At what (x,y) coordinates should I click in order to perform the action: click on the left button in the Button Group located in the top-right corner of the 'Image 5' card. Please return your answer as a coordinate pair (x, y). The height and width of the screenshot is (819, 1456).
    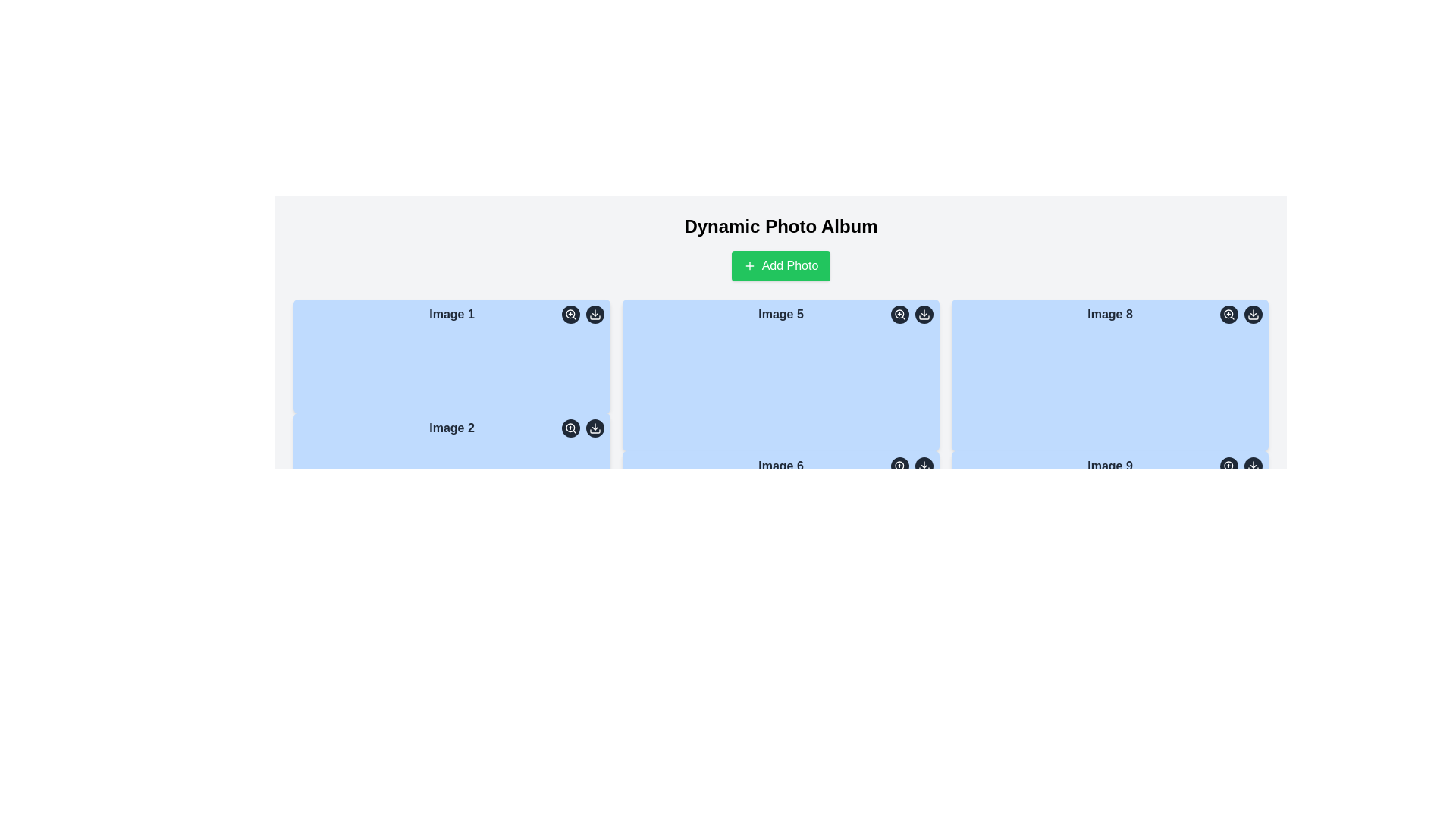
    Looking at the image, I should click on (912, 314).